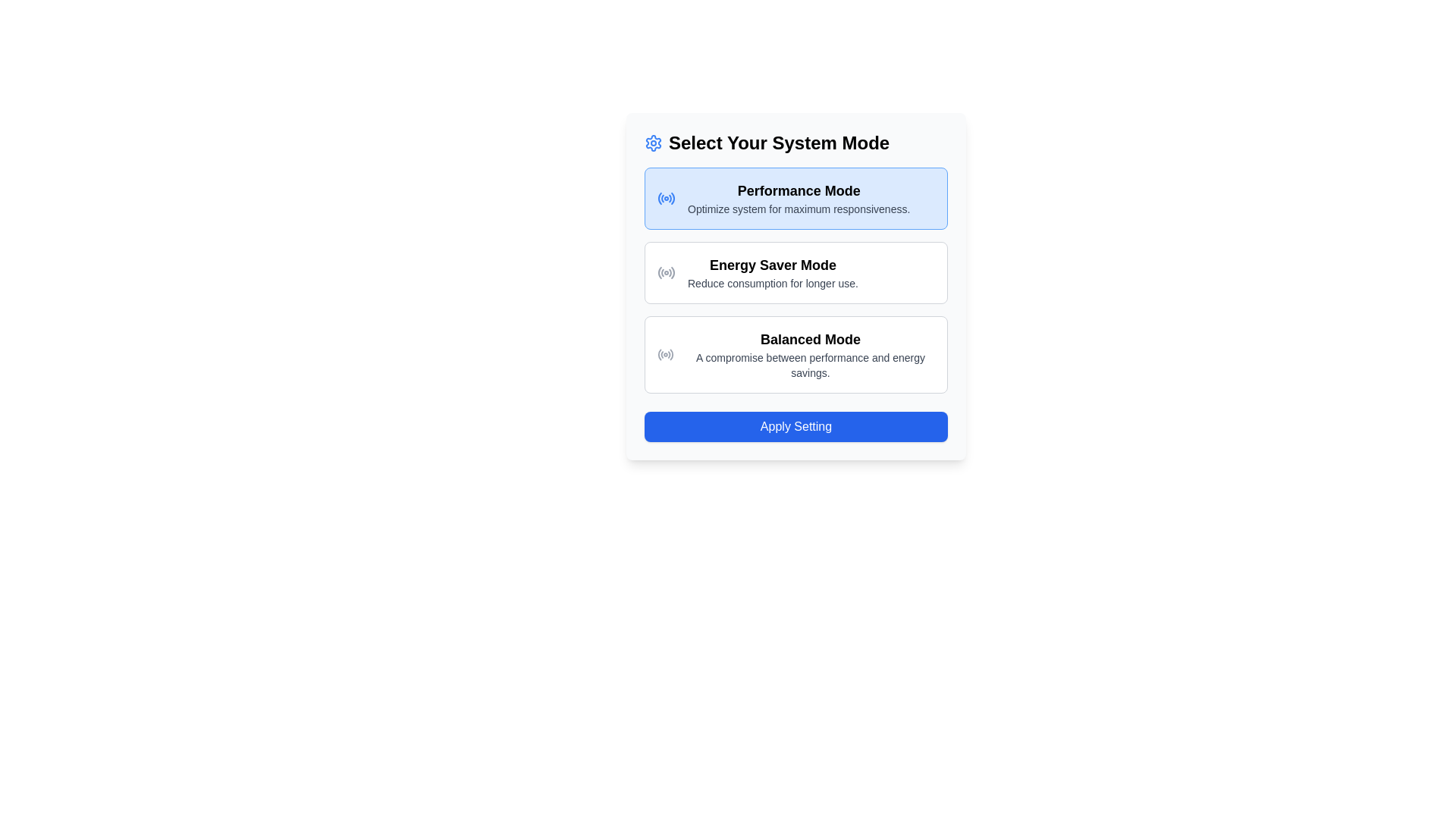 Image resolution: width=1456 pixels, height=819 pixels. Describe the element at coordinates (666, 354) in the screenshot. I see `the circular radio button icon located to the left of the 'Balanced Mode' text in the option card` at that location.